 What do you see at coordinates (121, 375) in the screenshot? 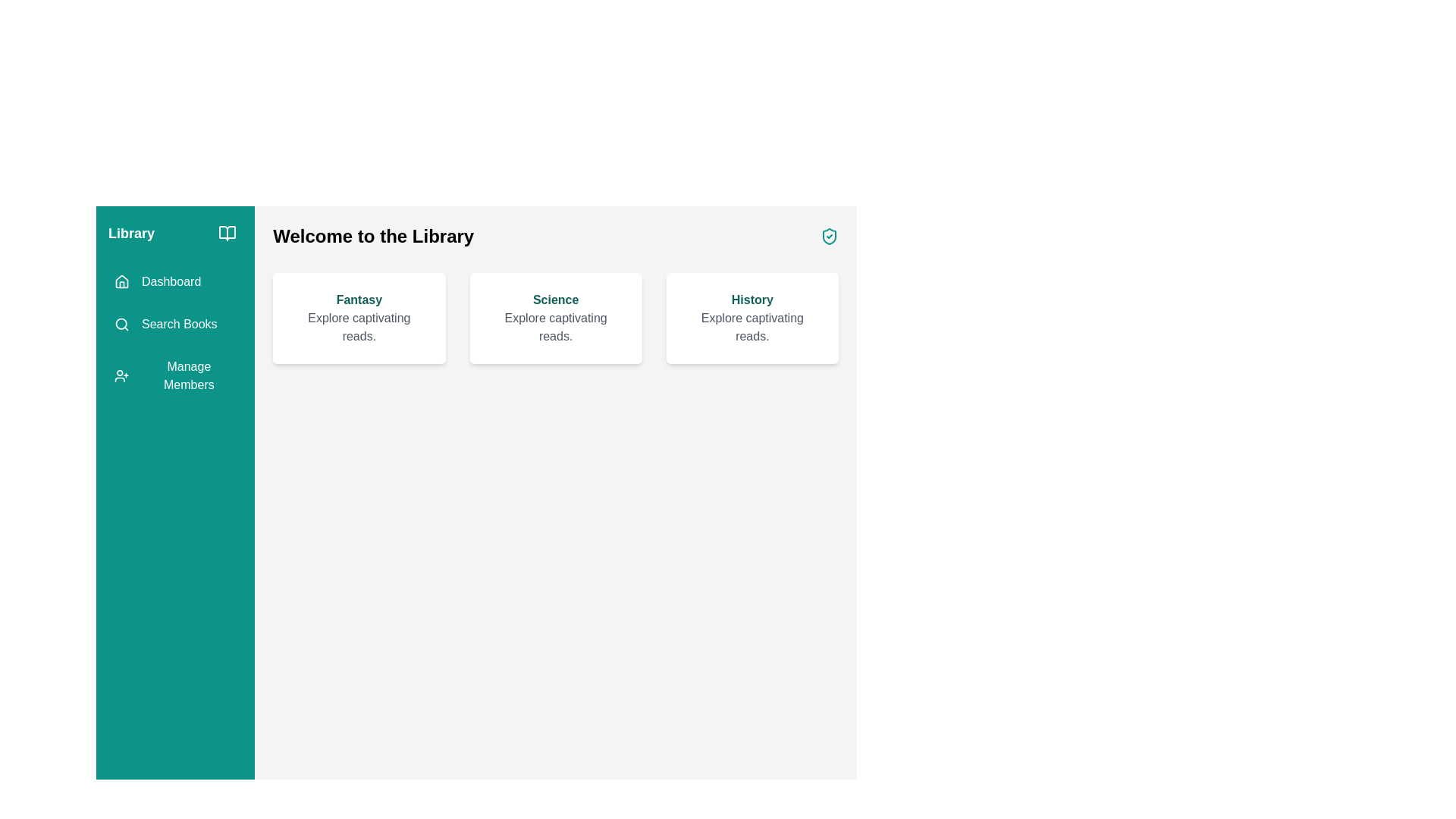
I see `the 'Add User' icon located` at bounding box center [121, 375].